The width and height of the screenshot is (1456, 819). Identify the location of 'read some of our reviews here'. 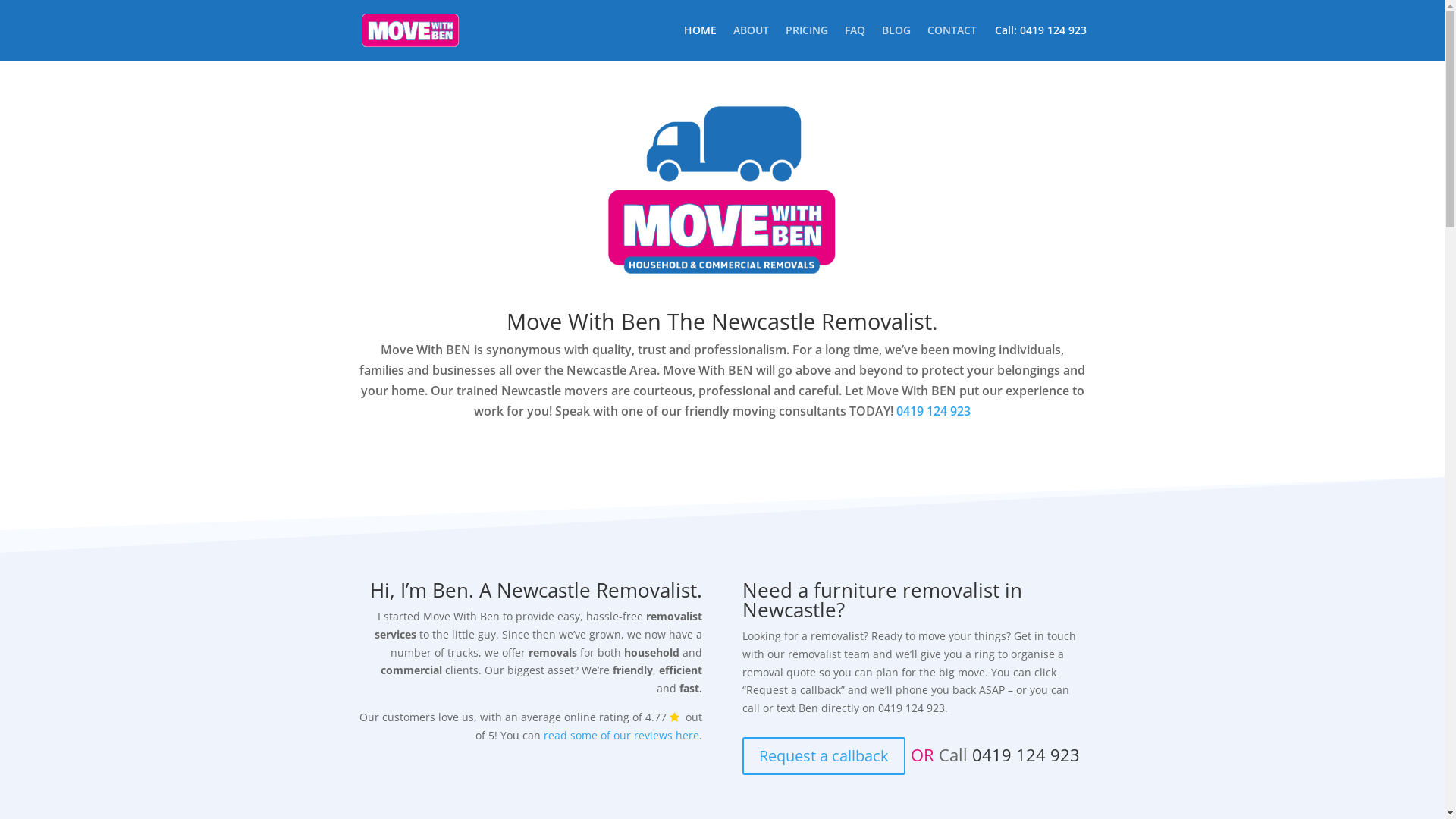
(543, 734).